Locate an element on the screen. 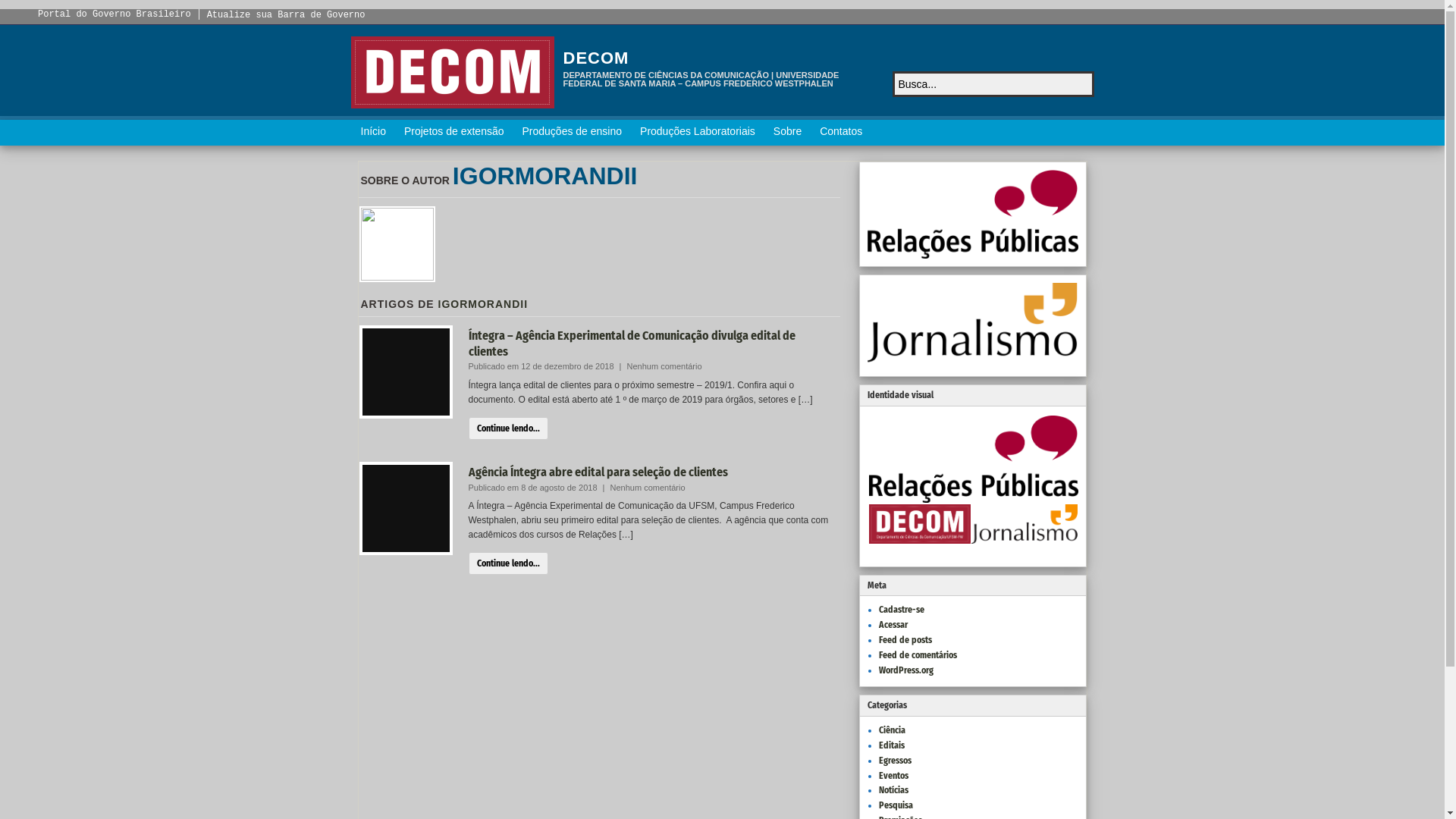  'Cadastre-se' is located at coordinates (877, 608).